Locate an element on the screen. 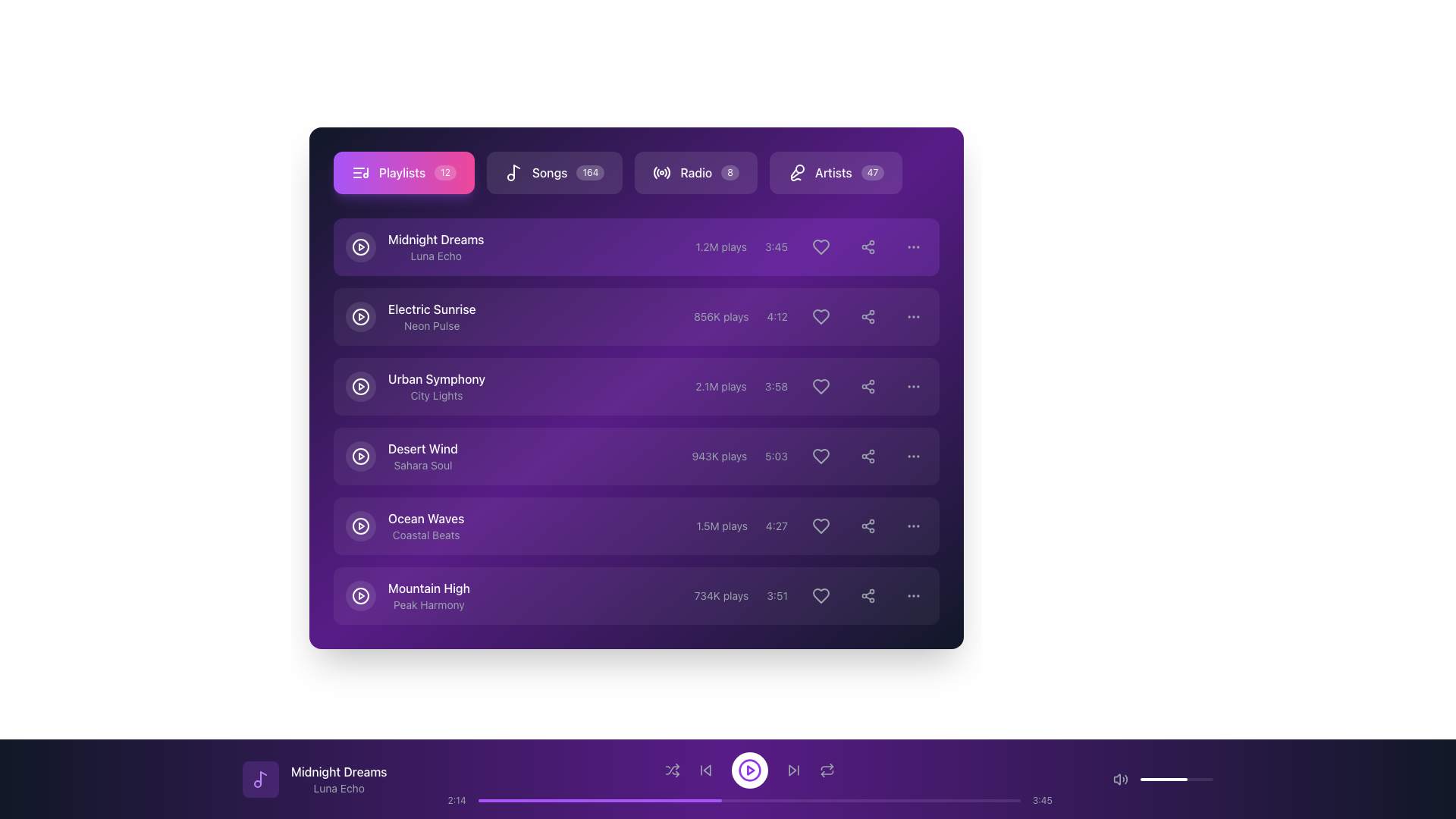  the share icon located in the first row of the playlist table, positioned to the right of the time duration '3:45' and next to the heart icon is located at coordinates (868, 246).